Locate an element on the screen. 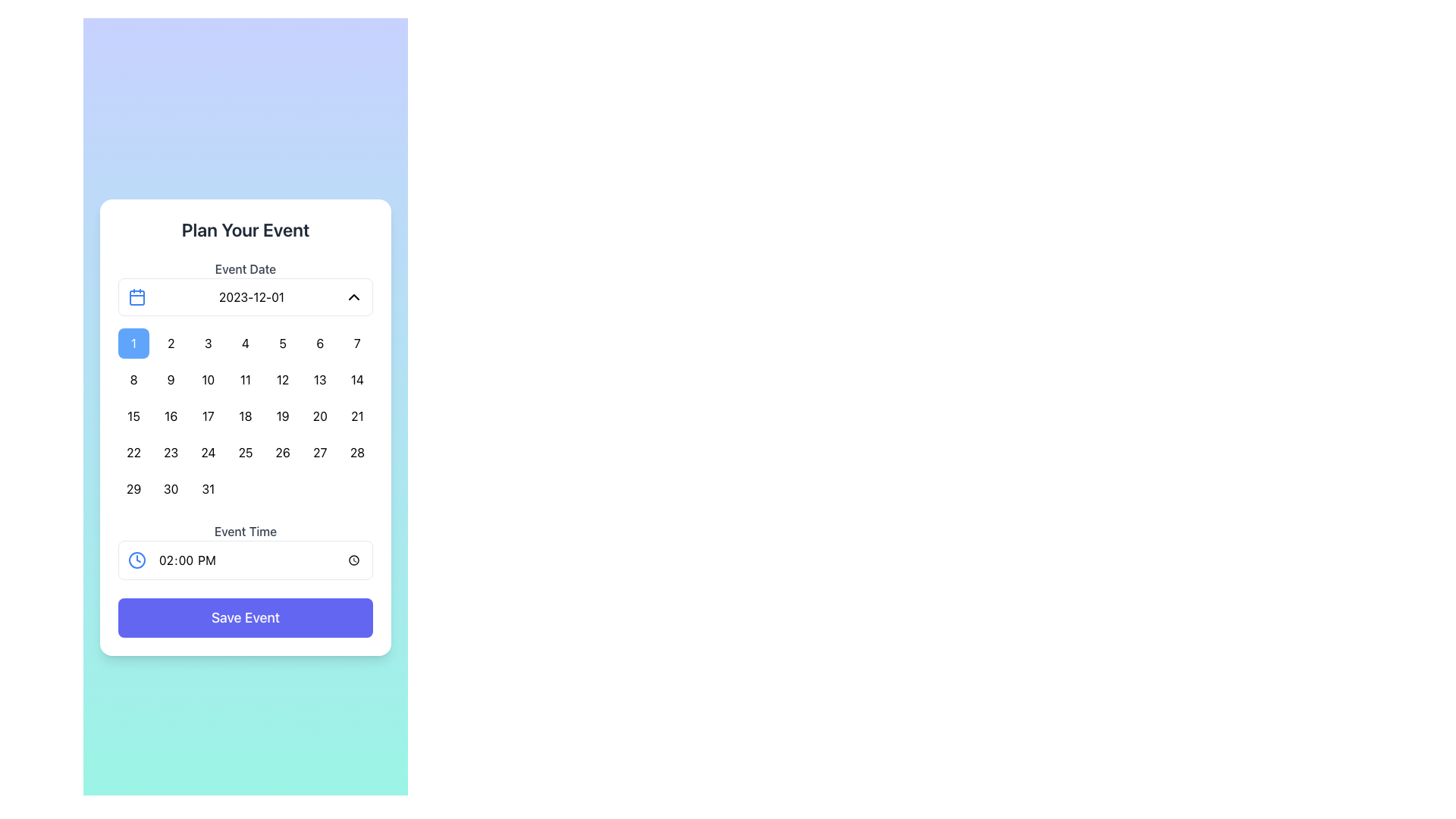 Image resolution: width=1456 pixels, height=819 pixels. the square-shaped button displaying '23' in the center, located in the sixth row and second column of the grid under the 'Event Date' section is located at coordinates (171, 452).